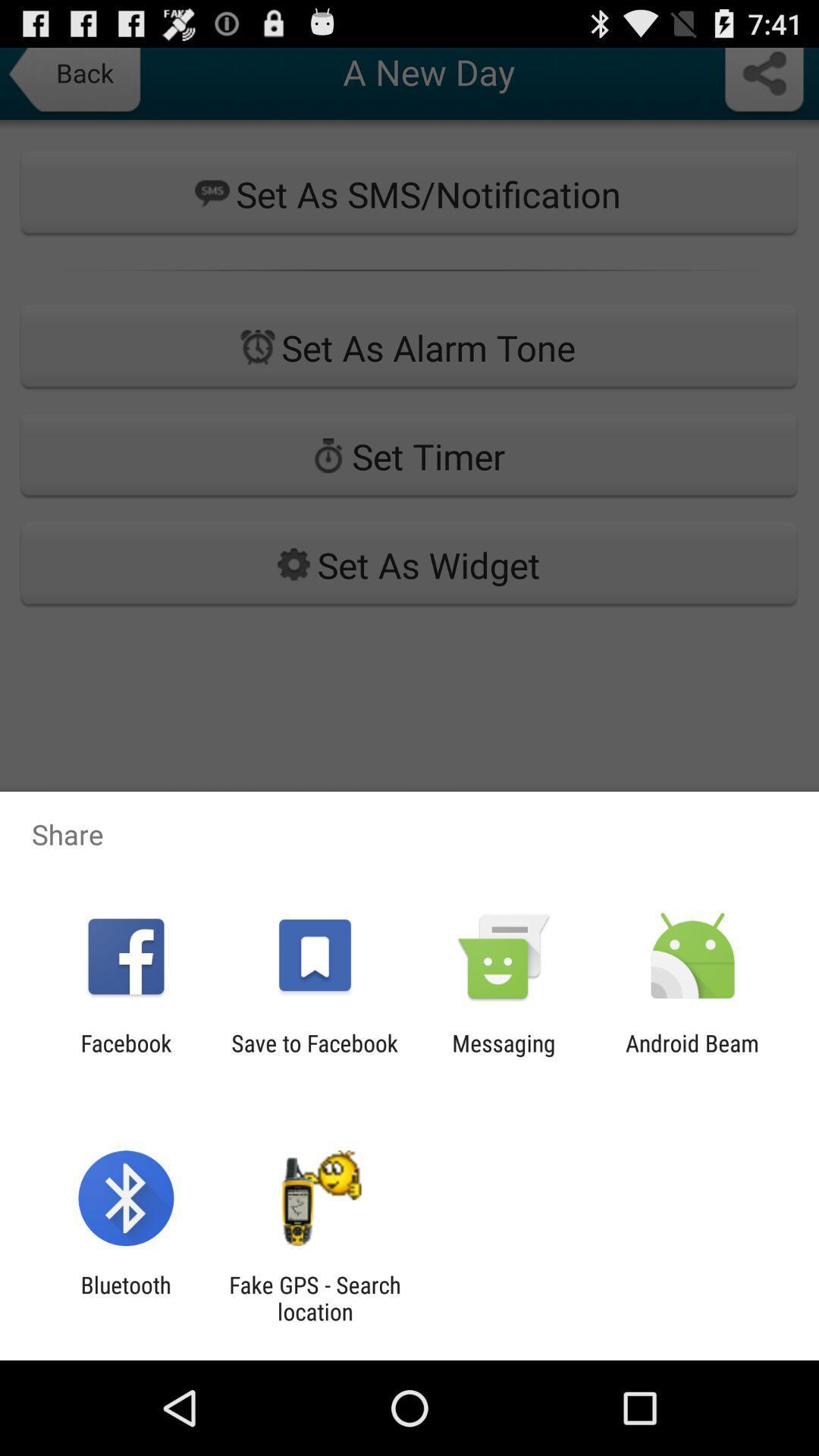 The width and height of the screenshot is (819, 1456). What do you see at coordinates (692, 1056) in the screenshot?
I see `android beam` at bounding box center [692, 1056].